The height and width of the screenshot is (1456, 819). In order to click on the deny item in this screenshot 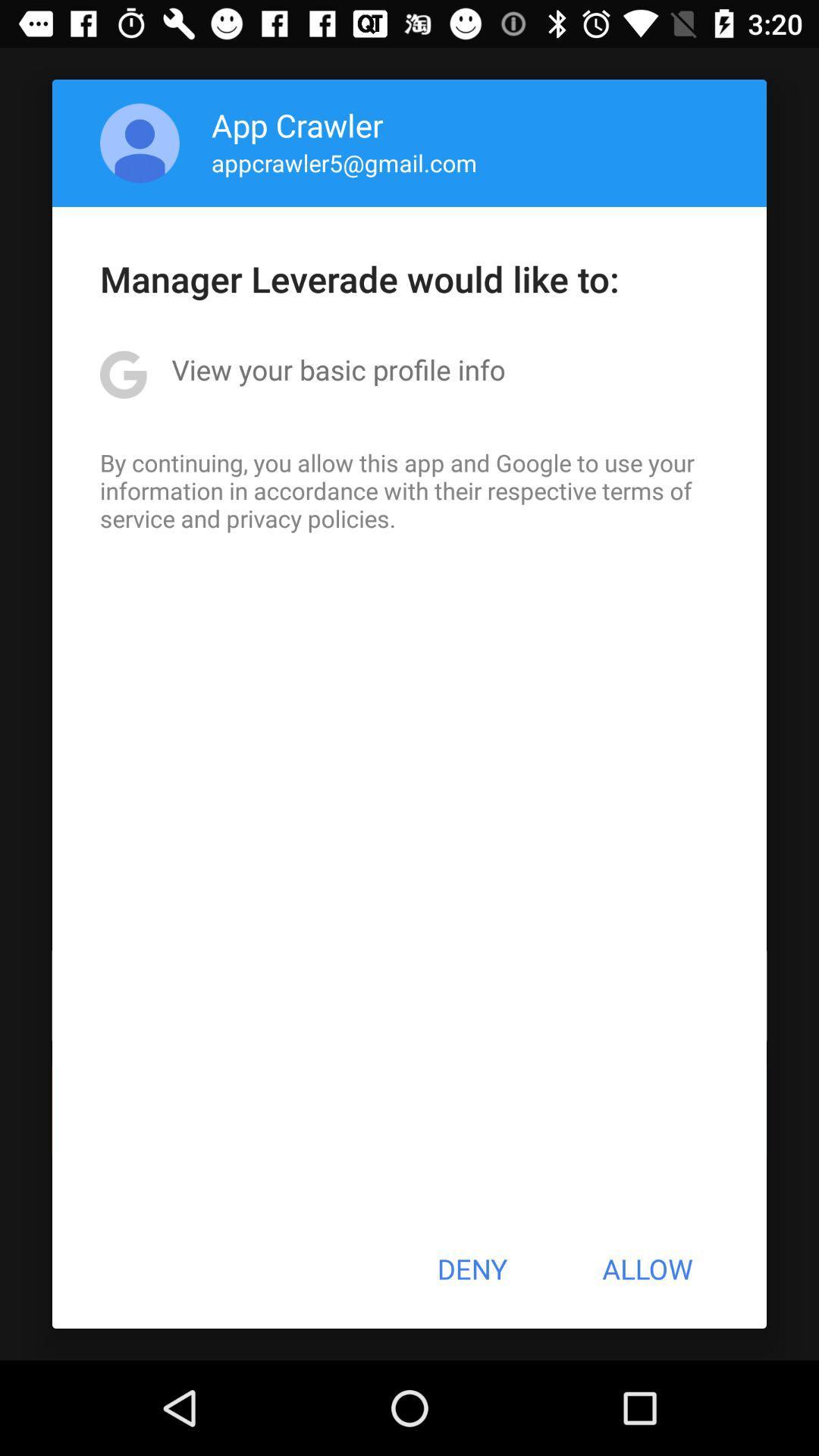, I will do `click(471, 1269)`.